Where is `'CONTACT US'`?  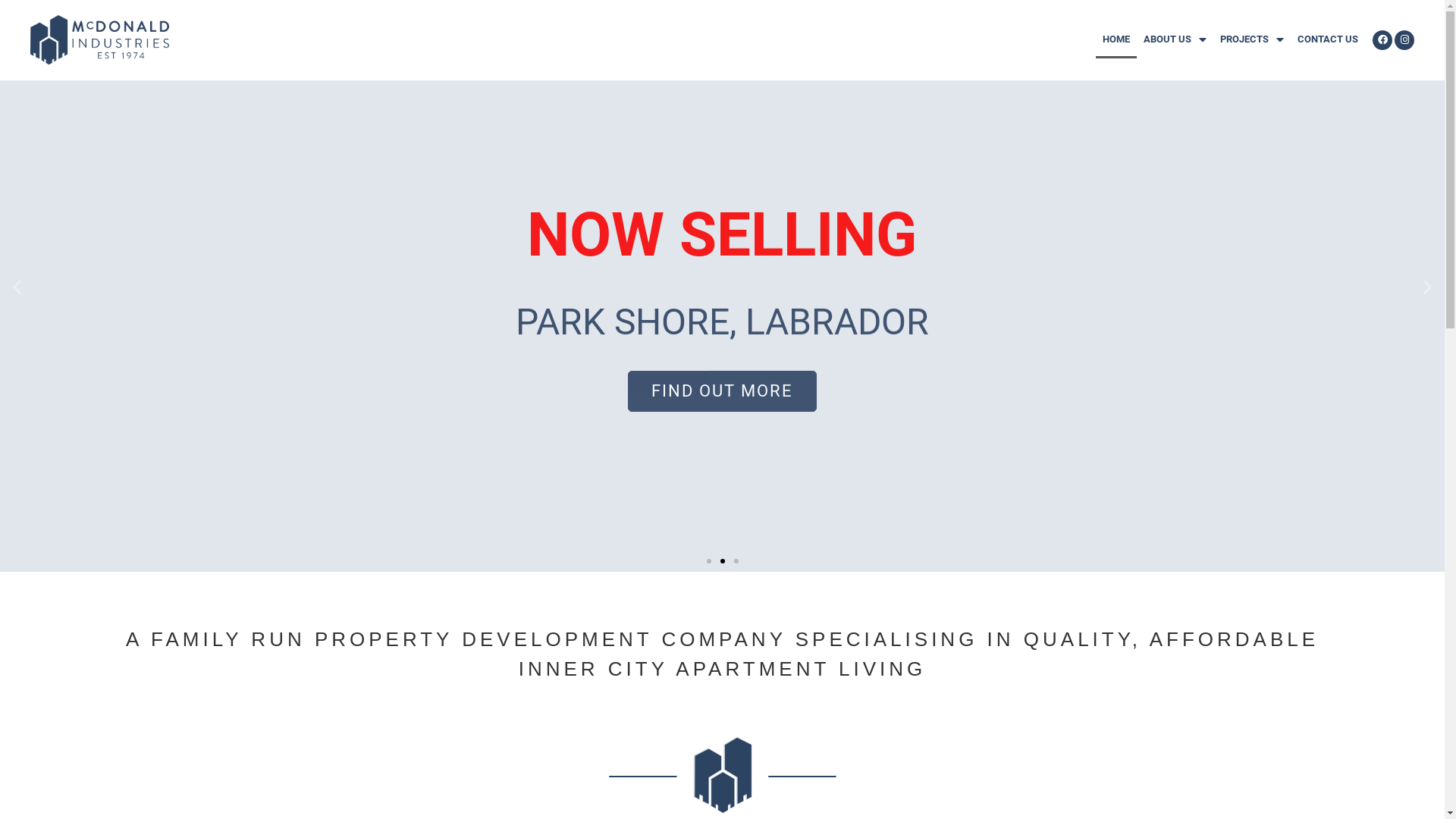
'CONTACT US' is located at coordinates (1327, 39).